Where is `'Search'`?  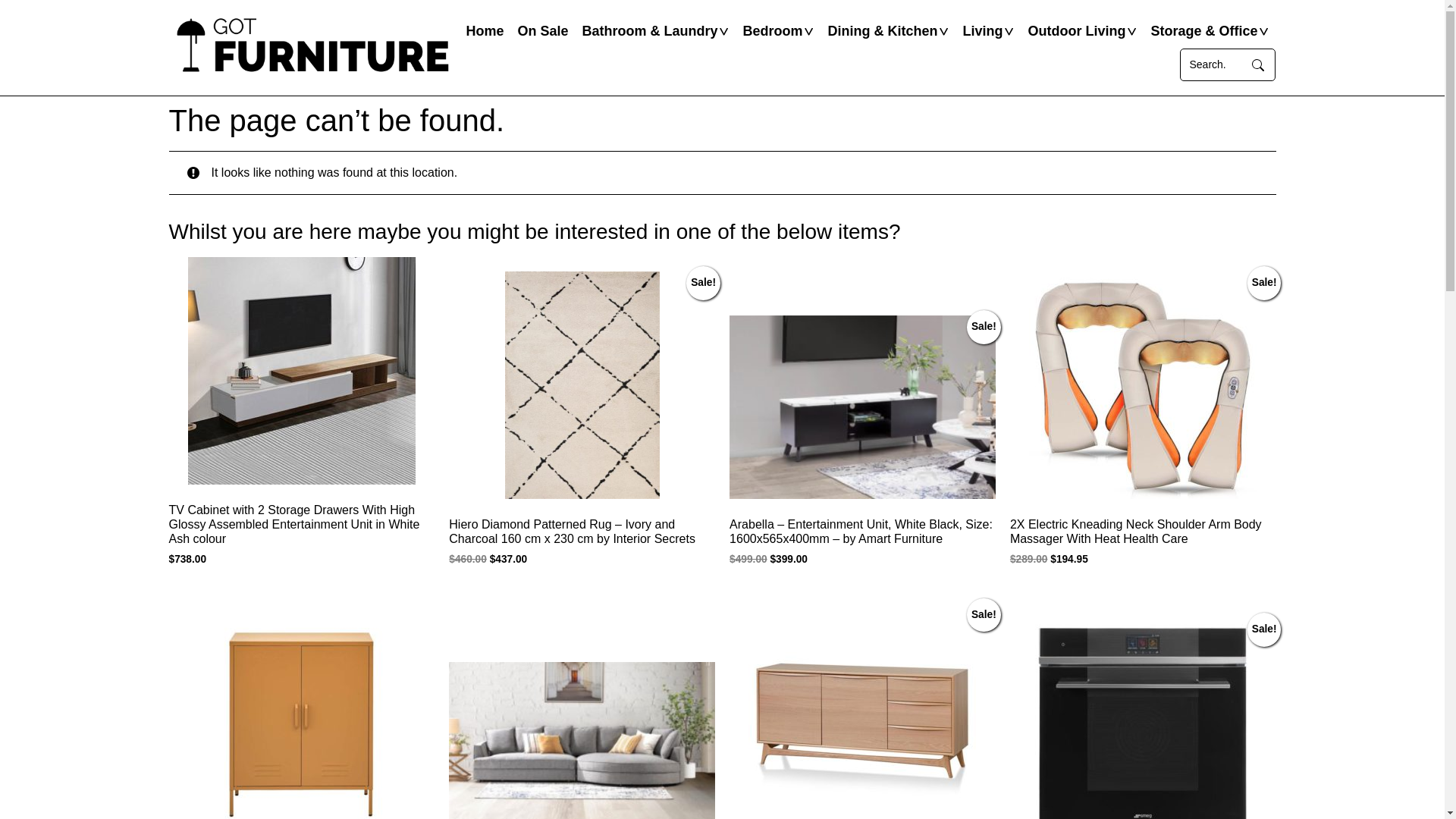 'Search' is located at coordinates (1258, 64).